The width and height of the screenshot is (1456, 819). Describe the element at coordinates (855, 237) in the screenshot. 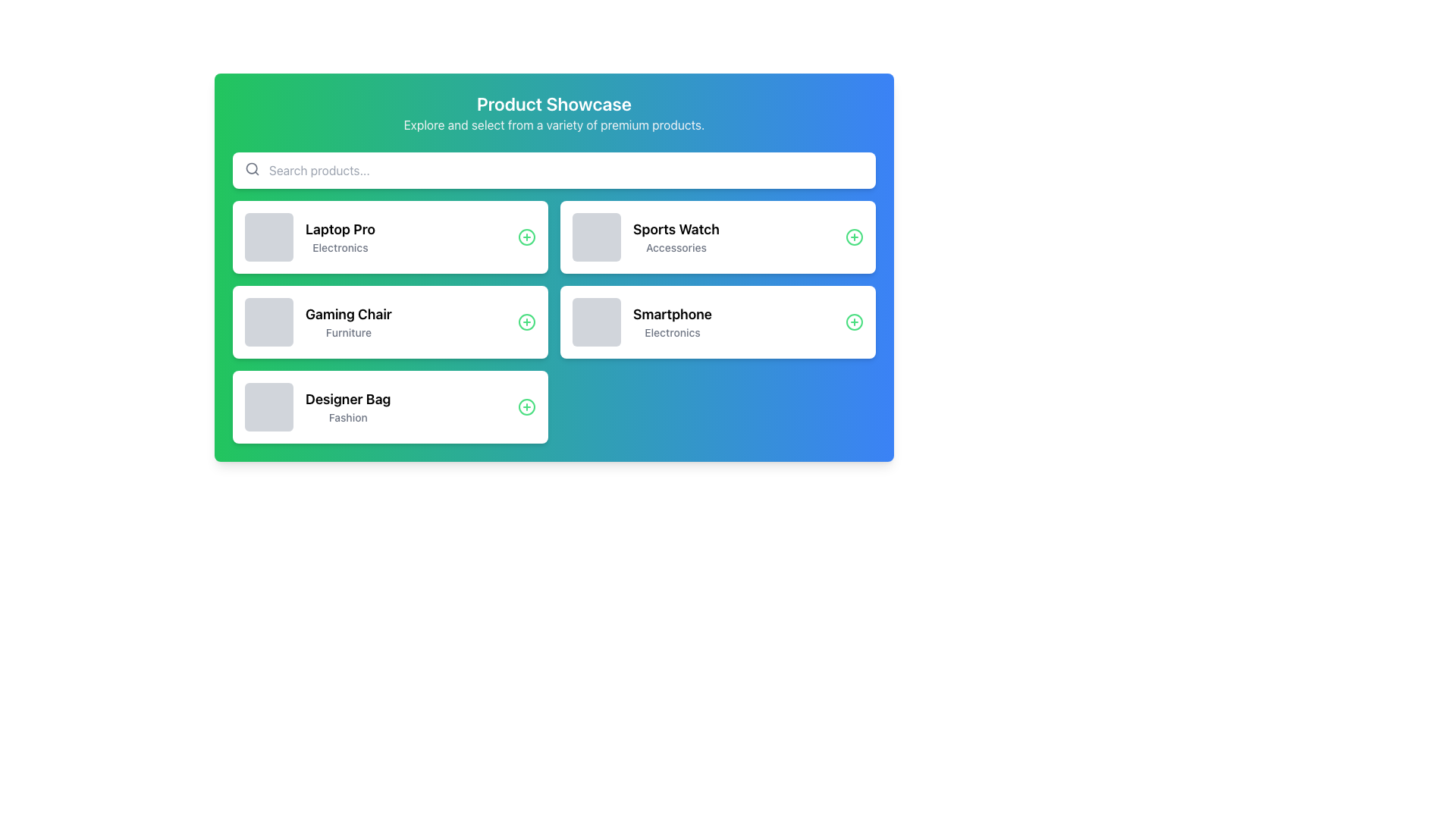

I see `the circular green element within the '+' icon located in the top right corner of the 'Sports Watch' card` at that location.